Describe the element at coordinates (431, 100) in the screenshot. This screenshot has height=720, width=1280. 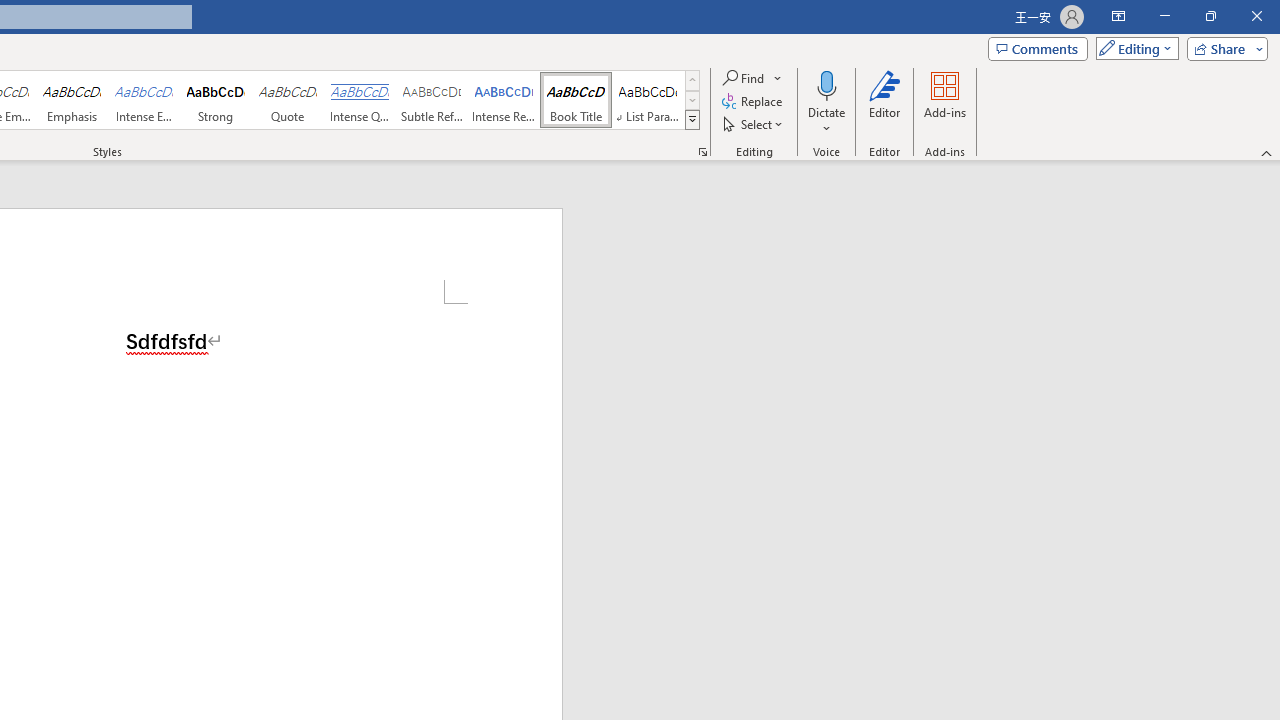
I see `'Subtle Reference'` at that location.